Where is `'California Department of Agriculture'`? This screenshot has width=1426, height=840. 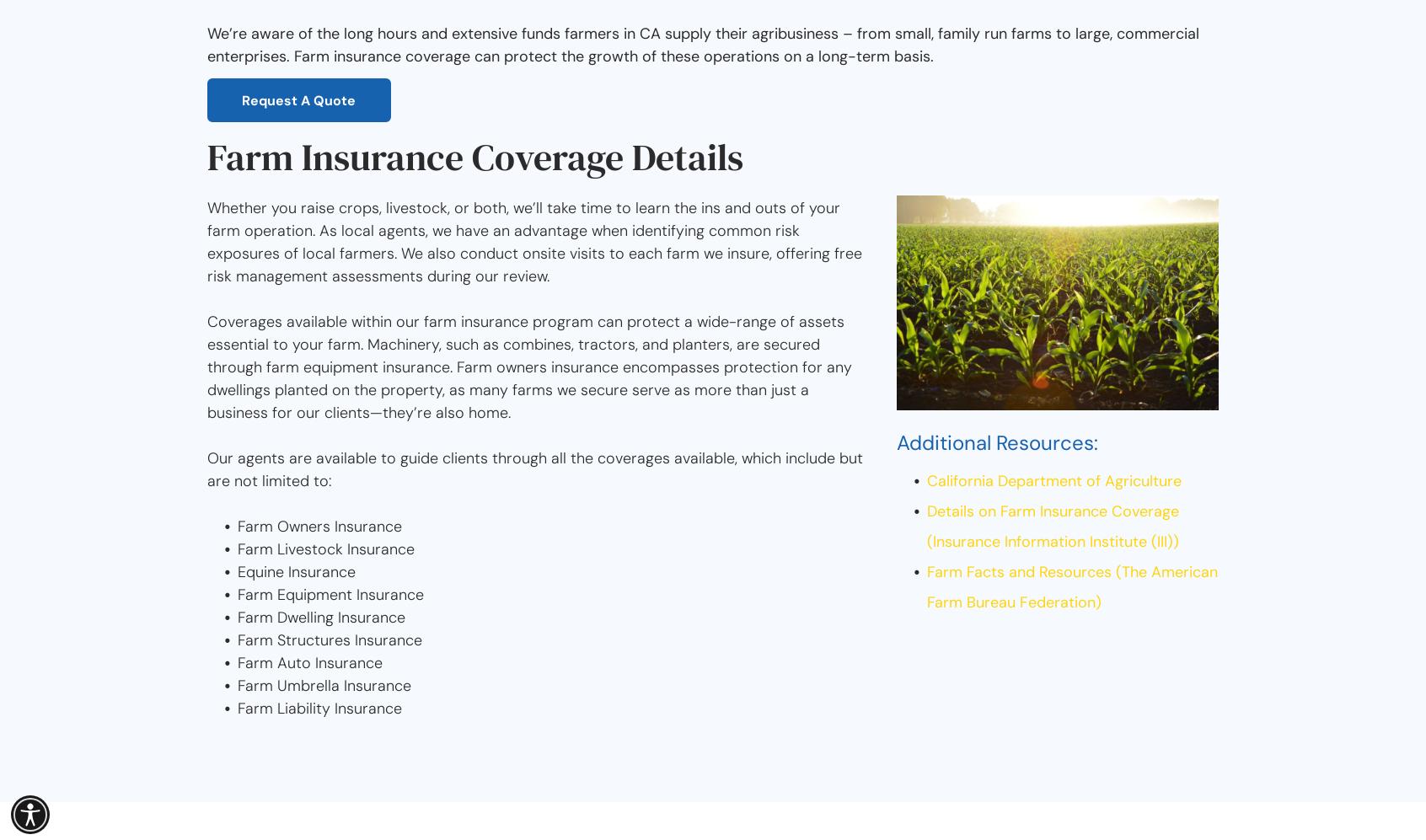
'California Department of Agriculture' is located at coordinates (926, 479).